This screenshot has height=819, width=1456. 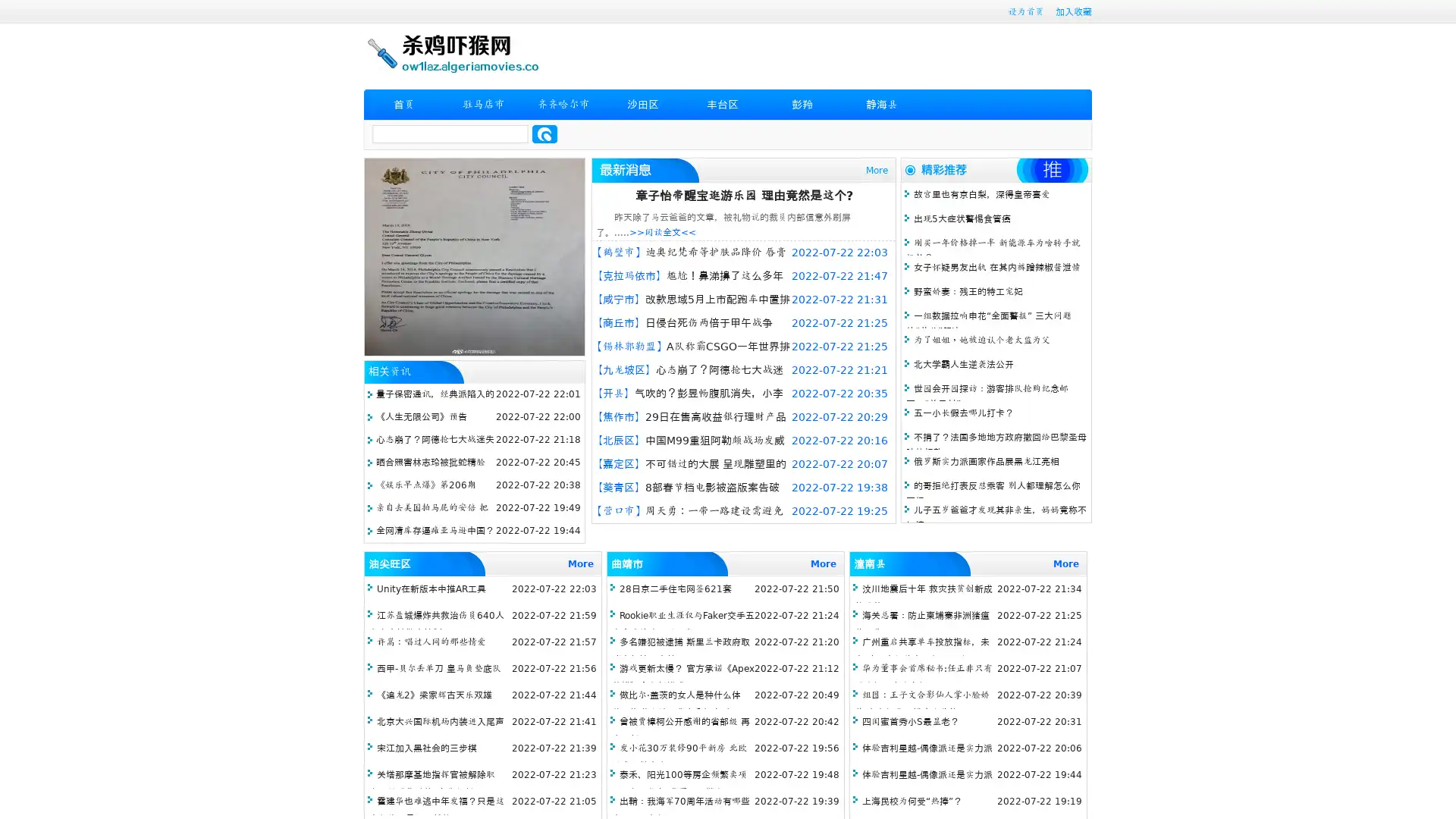 I want to click on Search, so click(x=544, y=133).